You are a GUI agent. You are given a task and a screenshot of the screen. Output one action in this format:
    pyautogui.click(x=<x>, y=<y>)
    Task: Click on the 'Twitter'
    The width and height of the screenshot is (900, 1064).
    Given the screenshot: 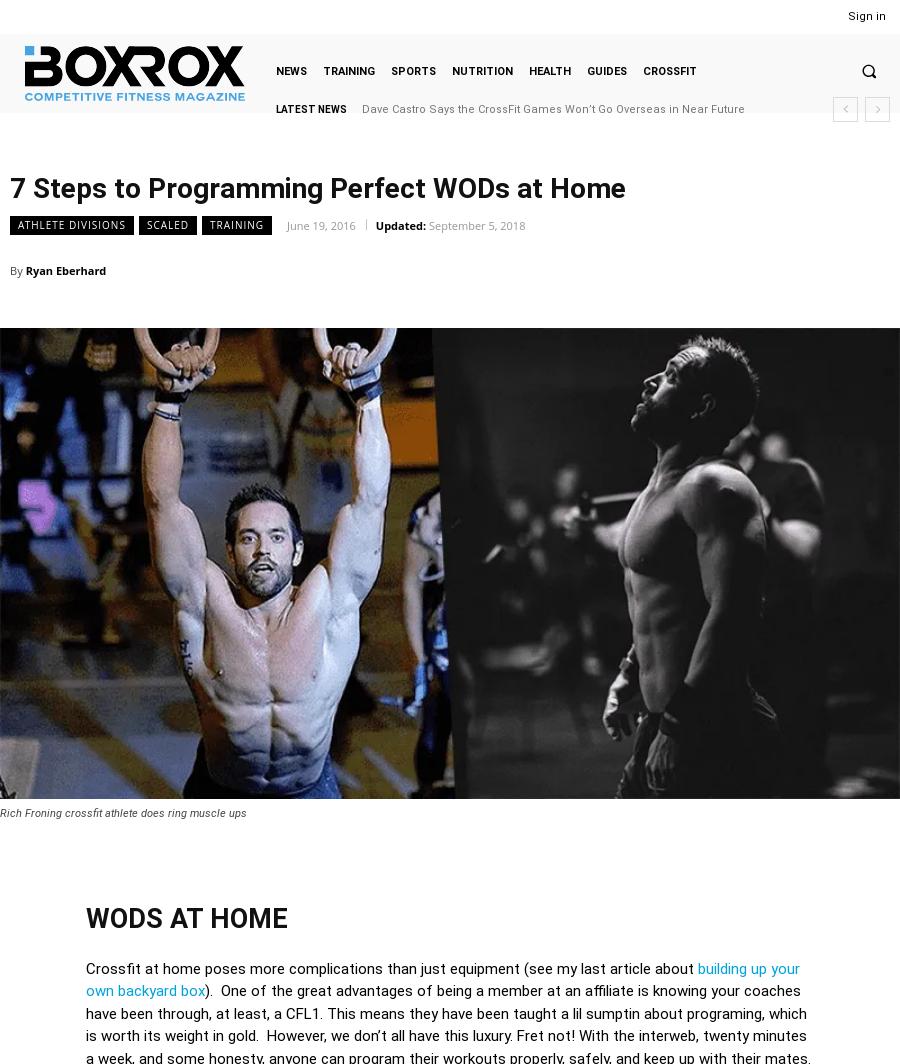 What is the action you would take?
    pyautogui.click(x=609, y=268)
    